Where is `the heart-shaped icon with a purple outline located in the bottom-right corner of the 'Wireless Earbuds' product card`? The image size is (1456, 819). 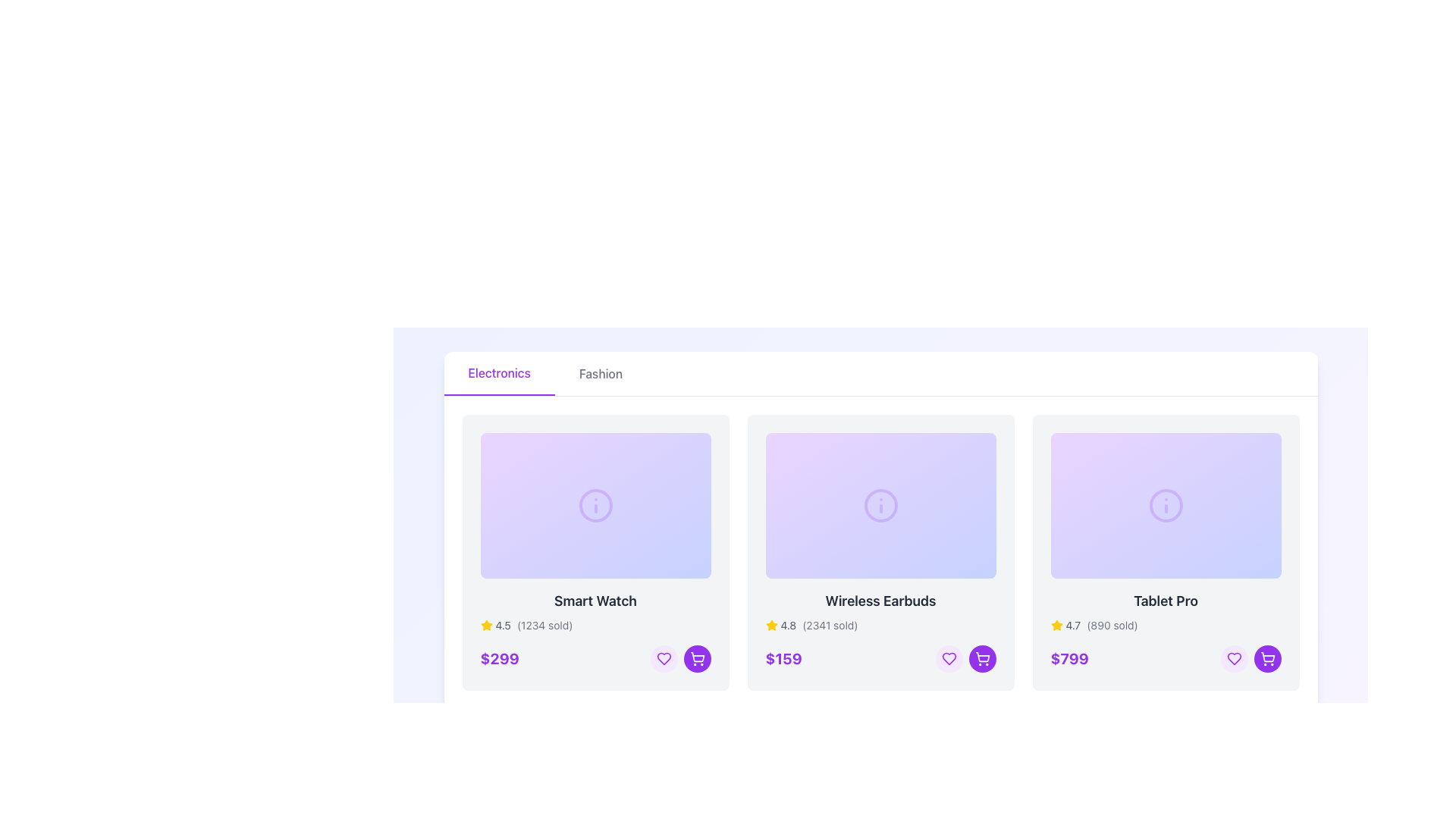
the heart-shaped icon with a purple outline located in the bottom-right corner of the 'Wireless Earbuds' product card is located at coordinates (948, 657).